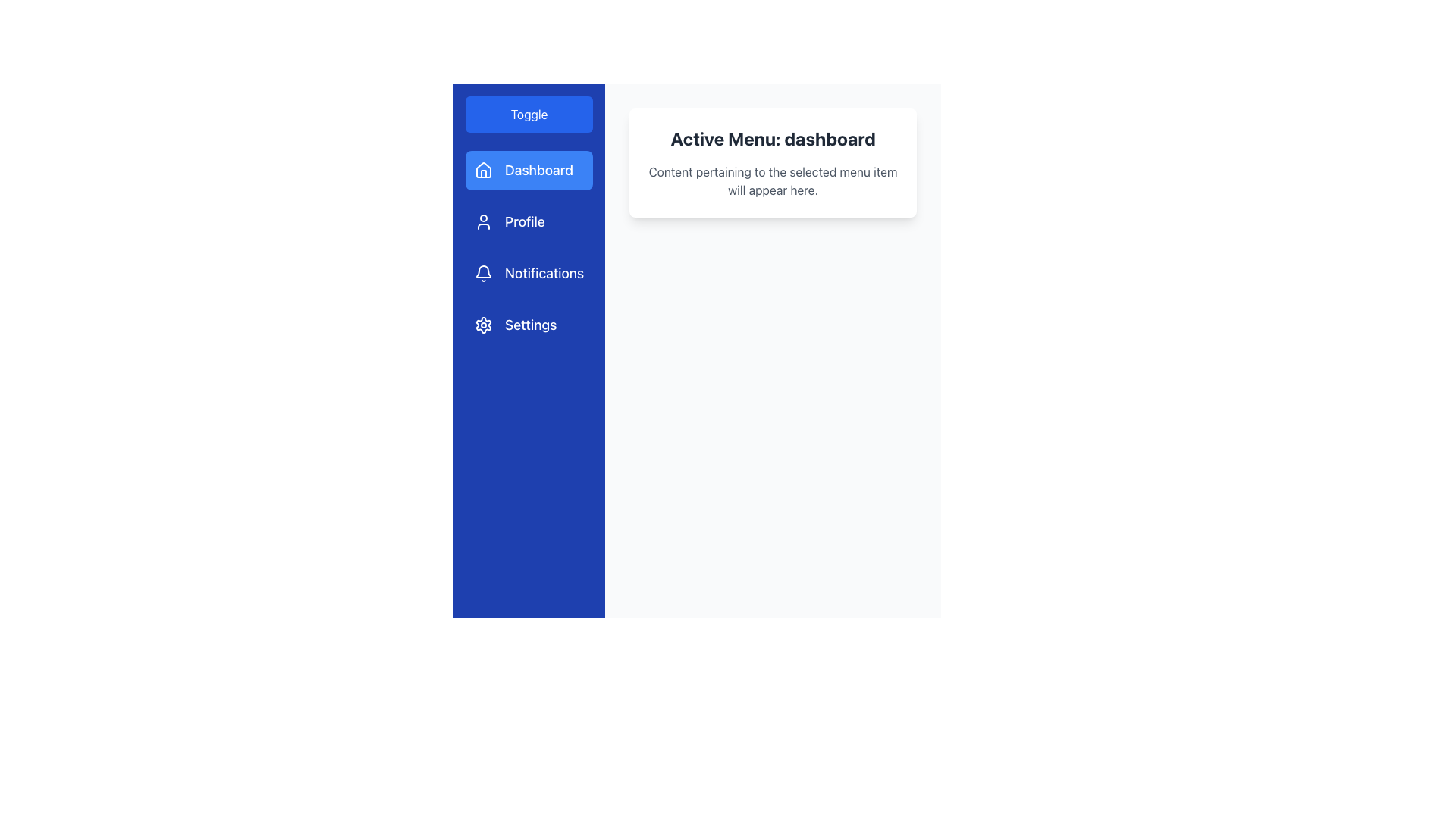 This screenshot has height=819, width=1456. Describe the element at coordinates (483, 324) in the screenshot. I see `the gear icon representing settings functionality, which is styled with a blue background and white lines, located to the left of the 'Settings' label in the vertical navigation menu` at that location.